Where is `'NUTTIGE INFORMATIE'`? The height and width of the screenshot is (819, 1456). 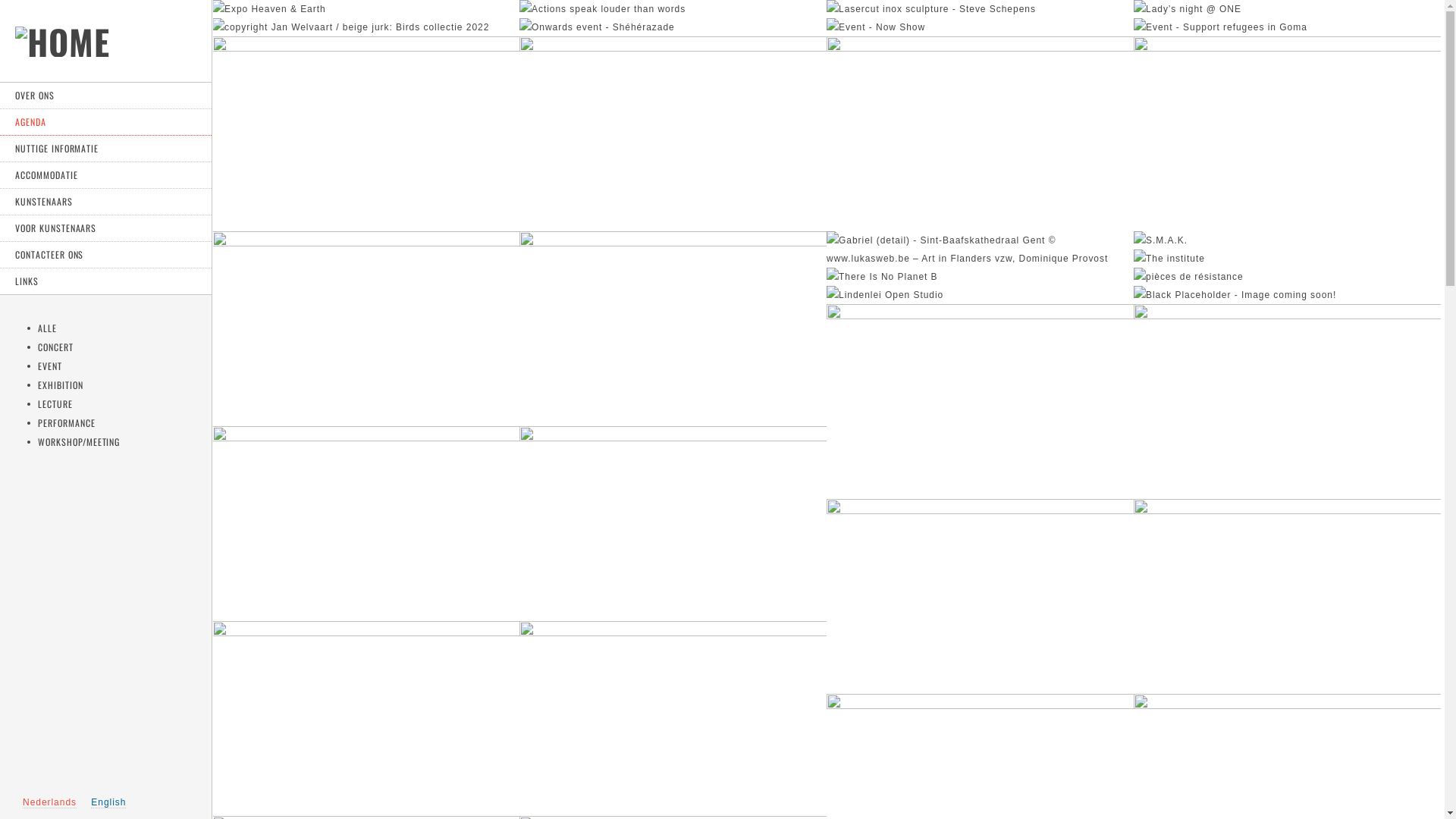 'NUTTIGE INFORMATIE' is located at coordinates (105, 149).